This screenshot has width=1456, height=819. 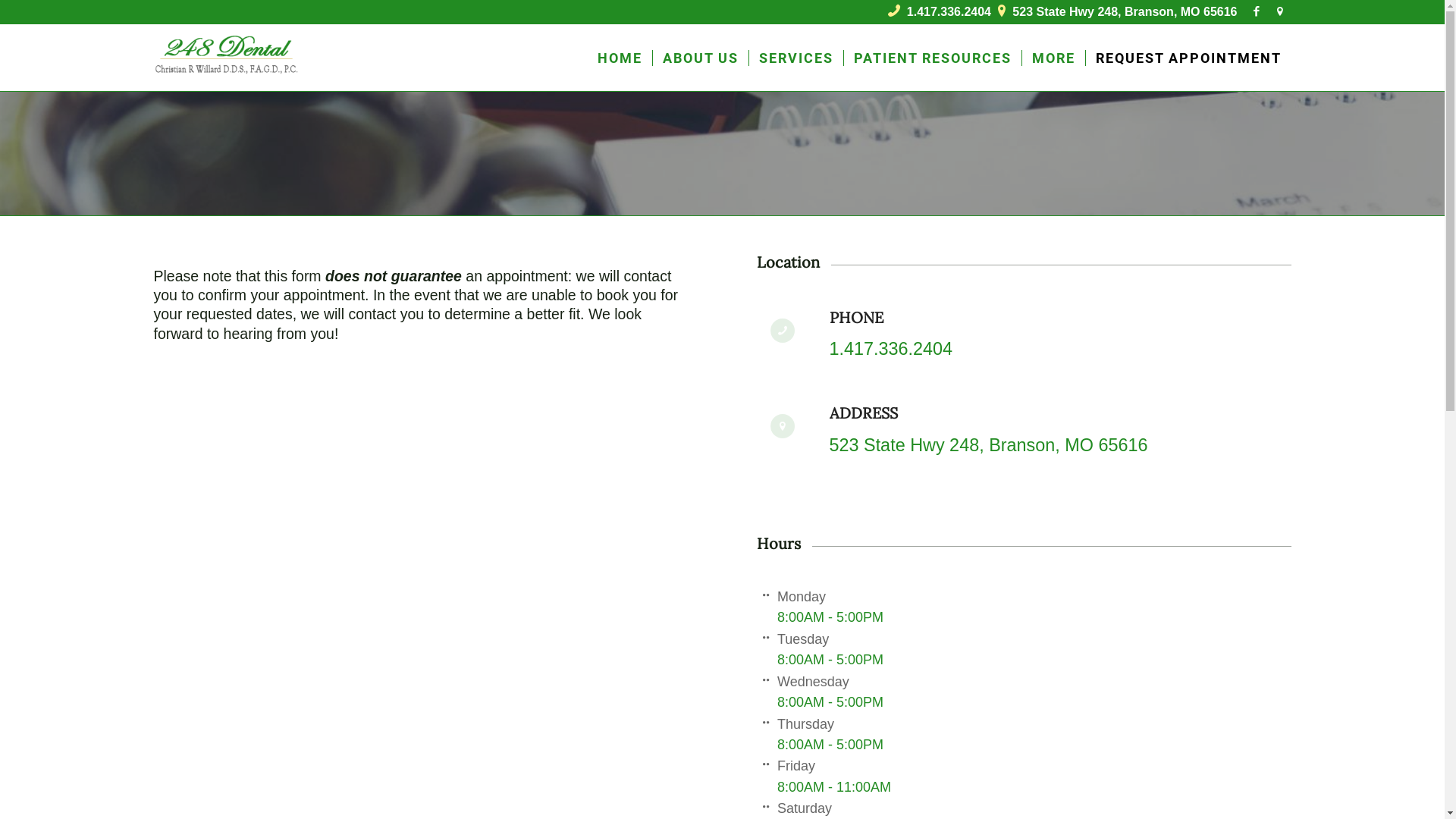 I want to click on 'REQUEST APPOINTMENT', so click(x=1186, y=57).